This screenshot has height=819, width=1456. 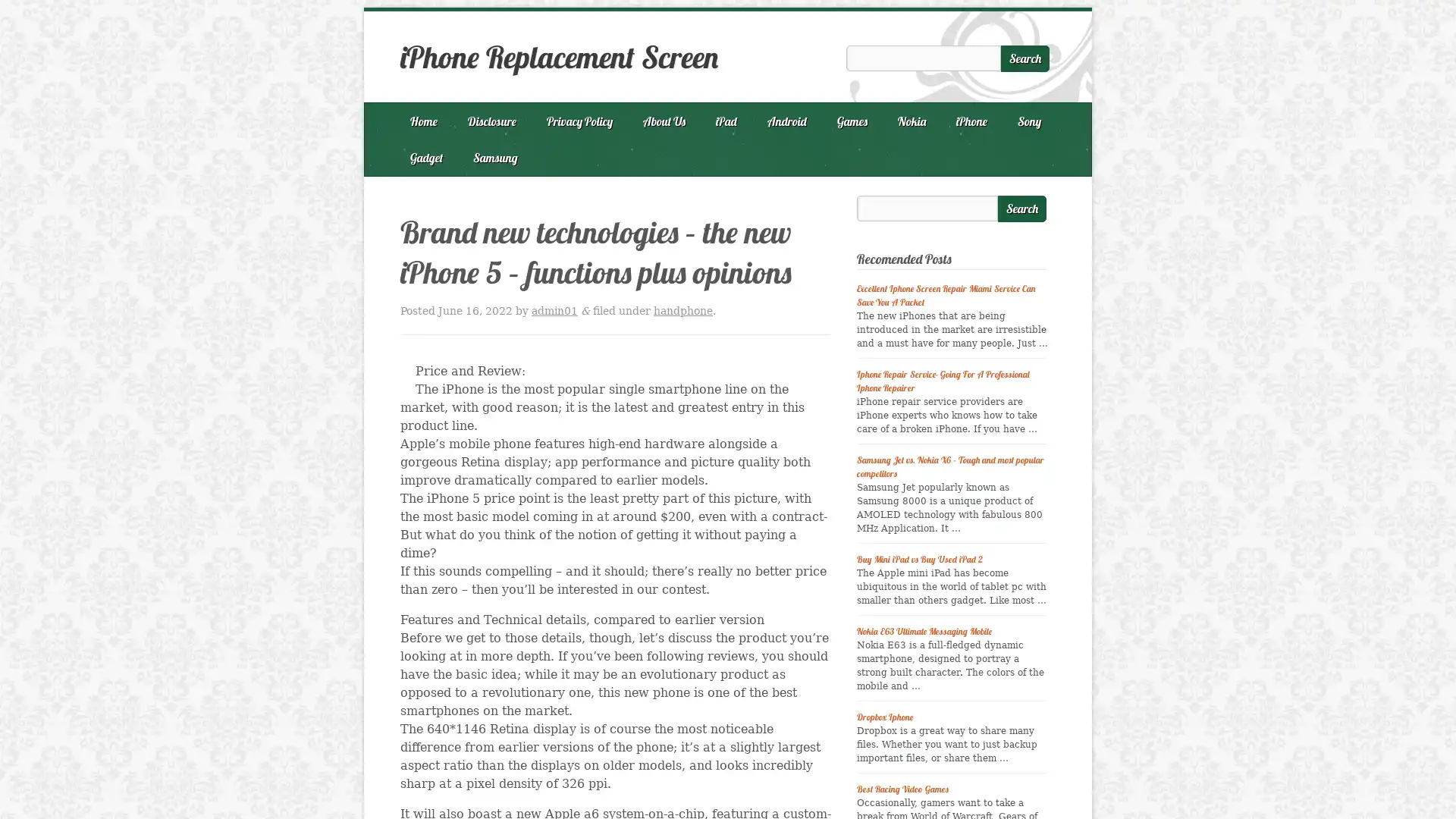 I want to click on Search, so click(x=1025, y=58).